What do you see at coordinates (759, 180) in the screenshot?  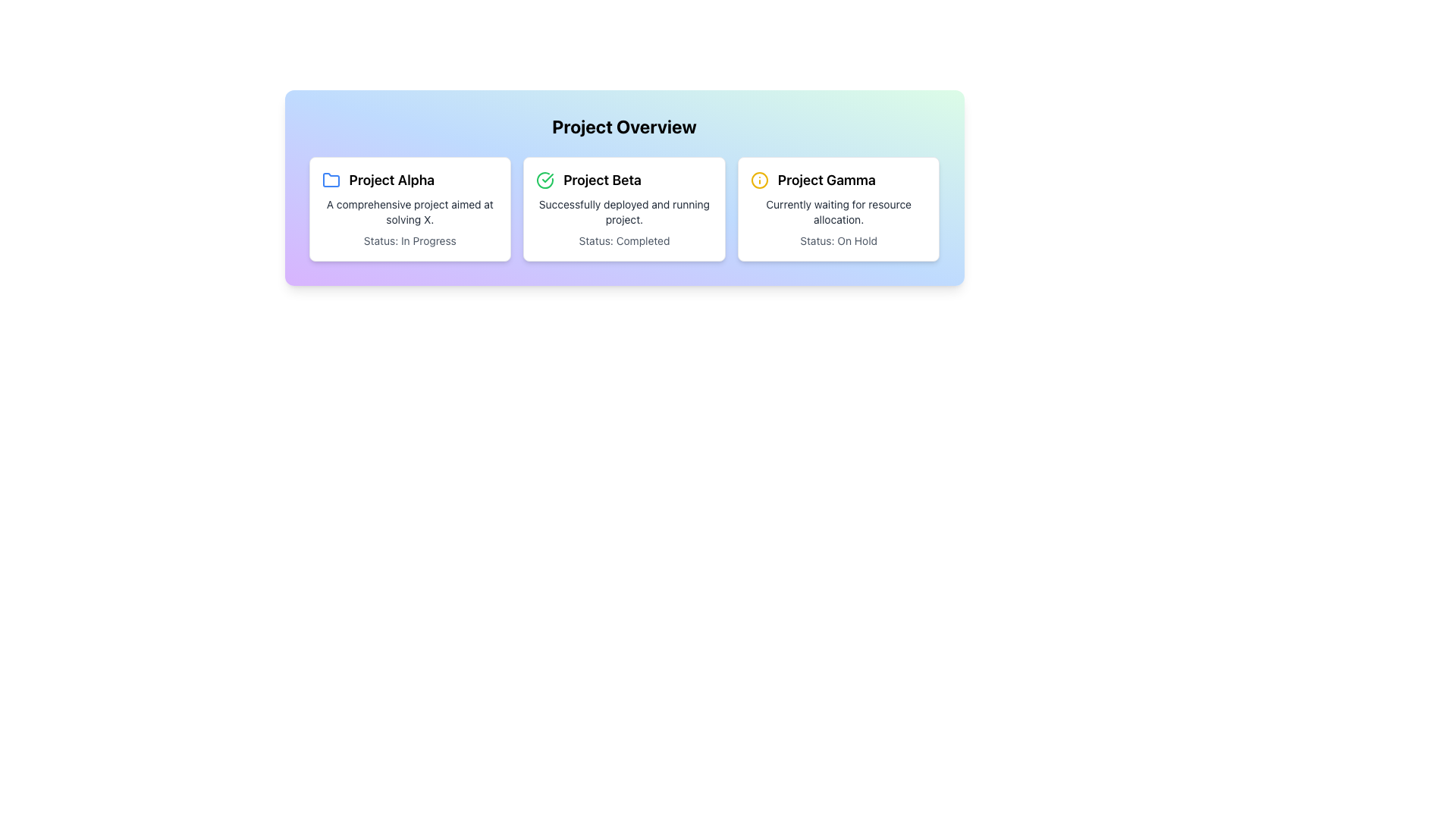 I see `the circular icon with a yellow stroke and dark inner area located to the left of the text 'Project Gamma' in the rightmost card of the horizontally aligned list` at bounding box center [759, 180].